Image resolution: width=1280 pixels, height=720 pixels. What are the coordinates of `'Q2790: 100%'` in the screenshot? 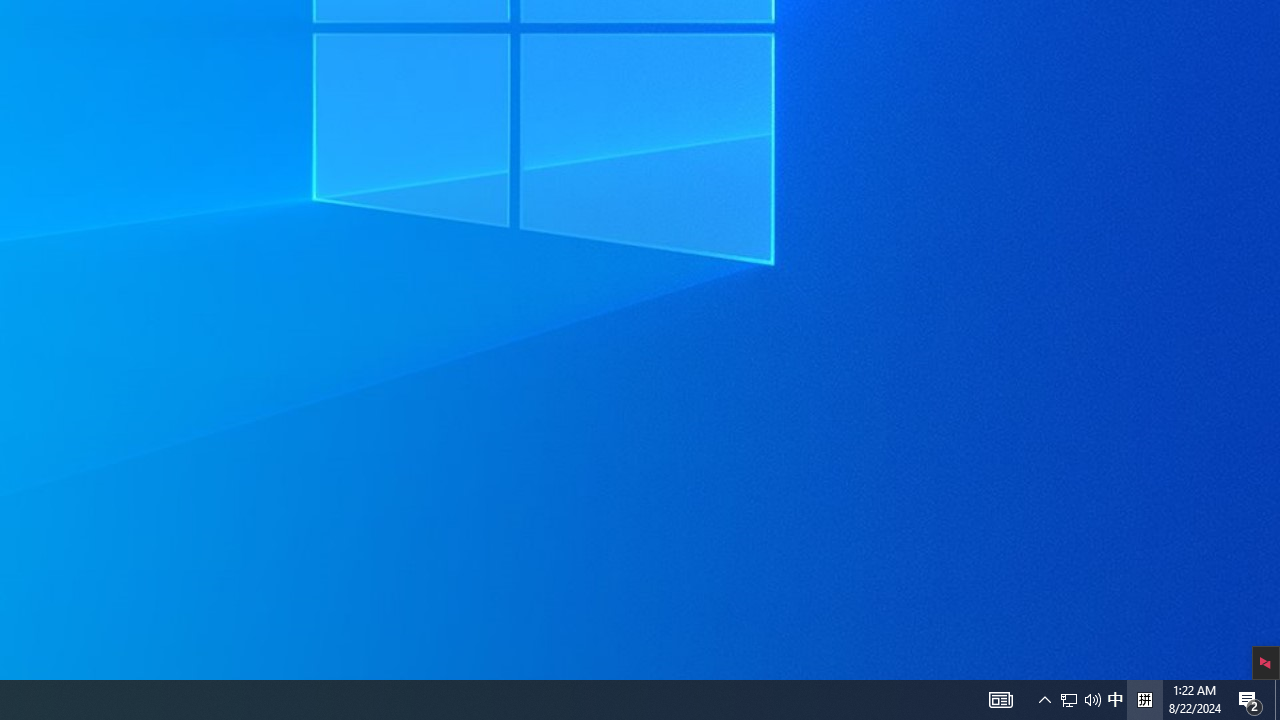 It's located at (1092, 698).